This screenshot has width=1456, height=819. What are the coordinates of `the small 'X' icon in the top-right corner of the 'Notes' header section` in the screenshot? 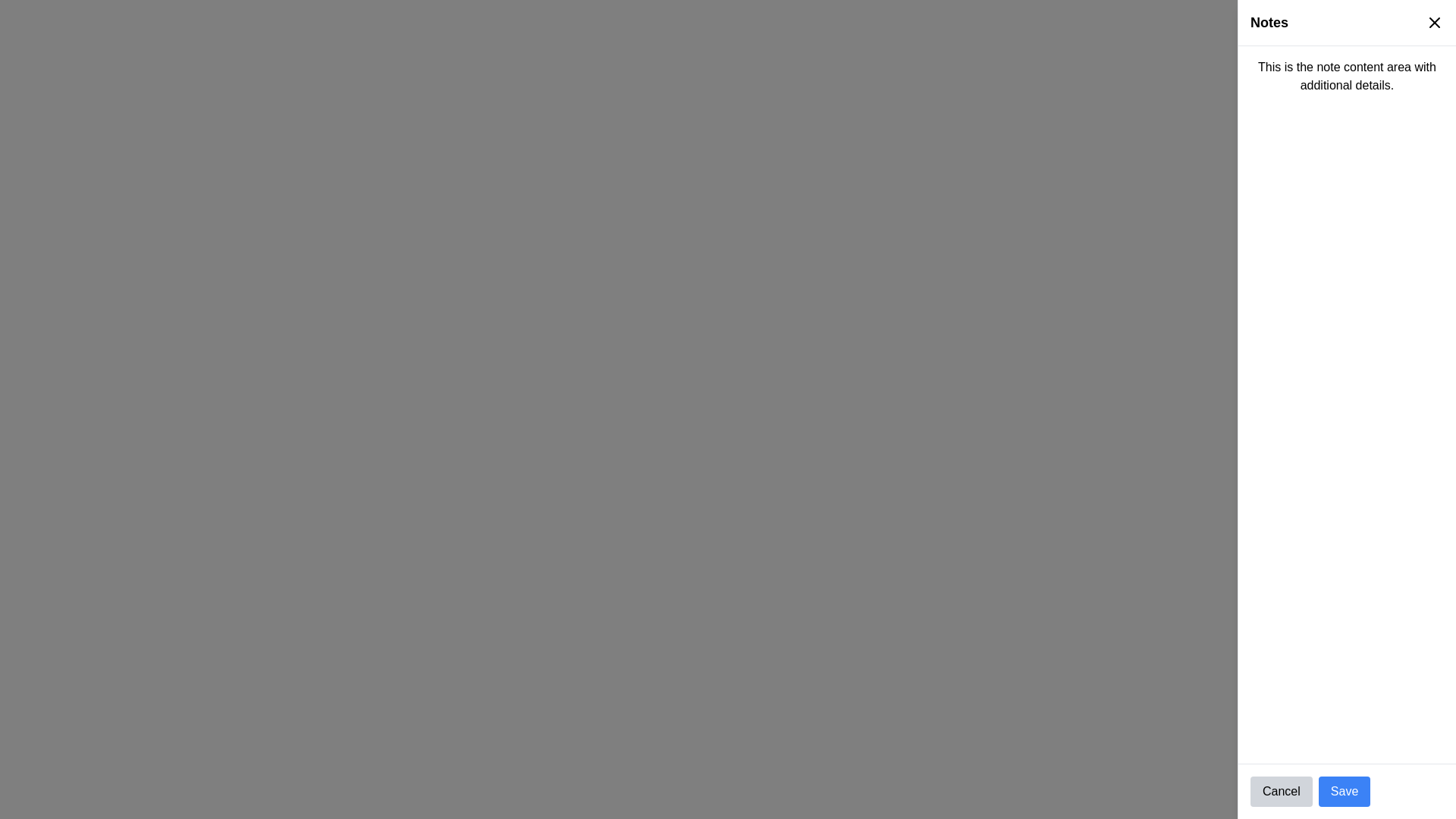 It's located at (1433, 23).